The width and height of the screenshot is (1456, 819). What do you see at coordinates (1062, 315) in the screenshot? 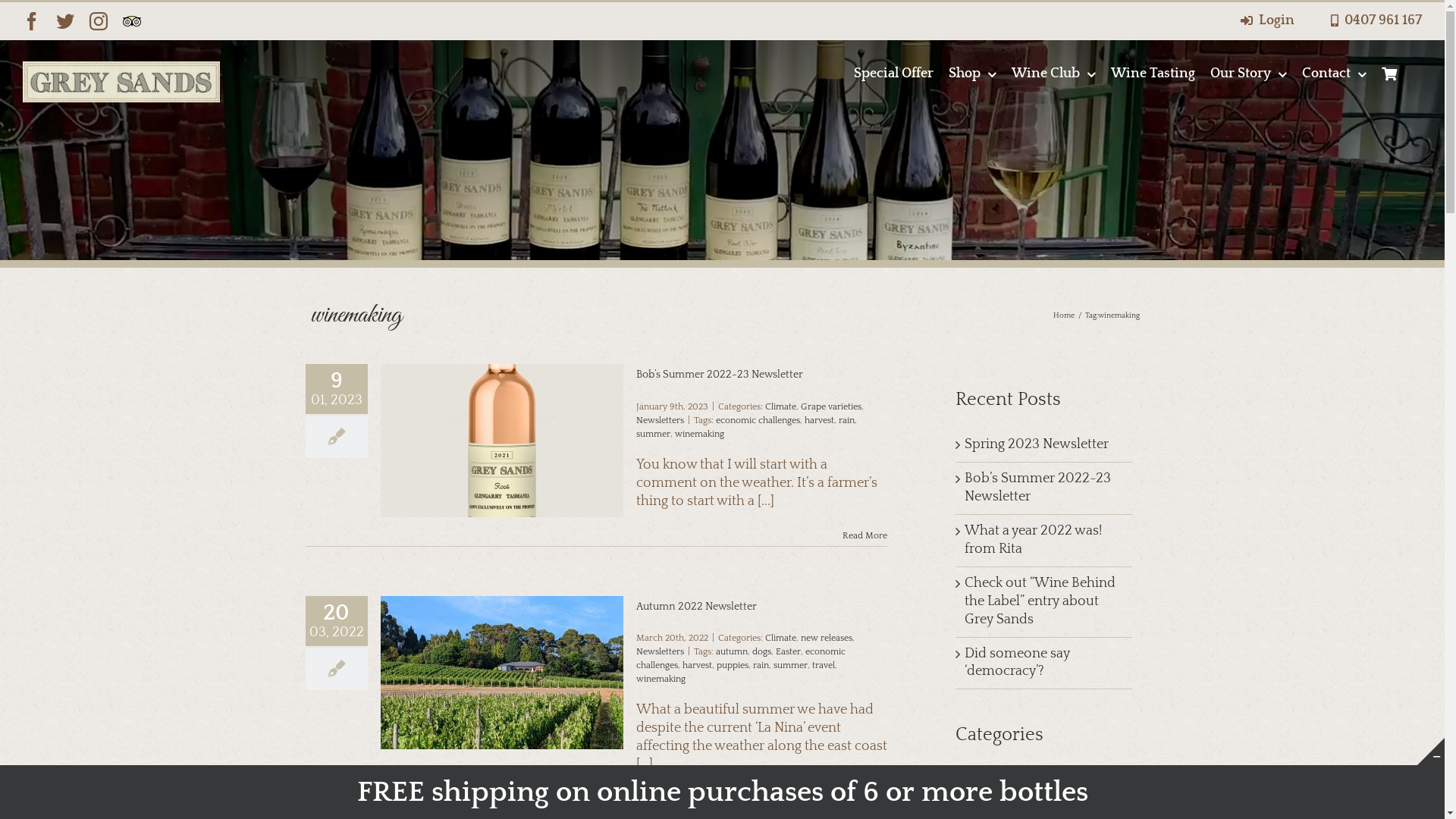
I see `'Home'` at bounding box center [1062, 315].